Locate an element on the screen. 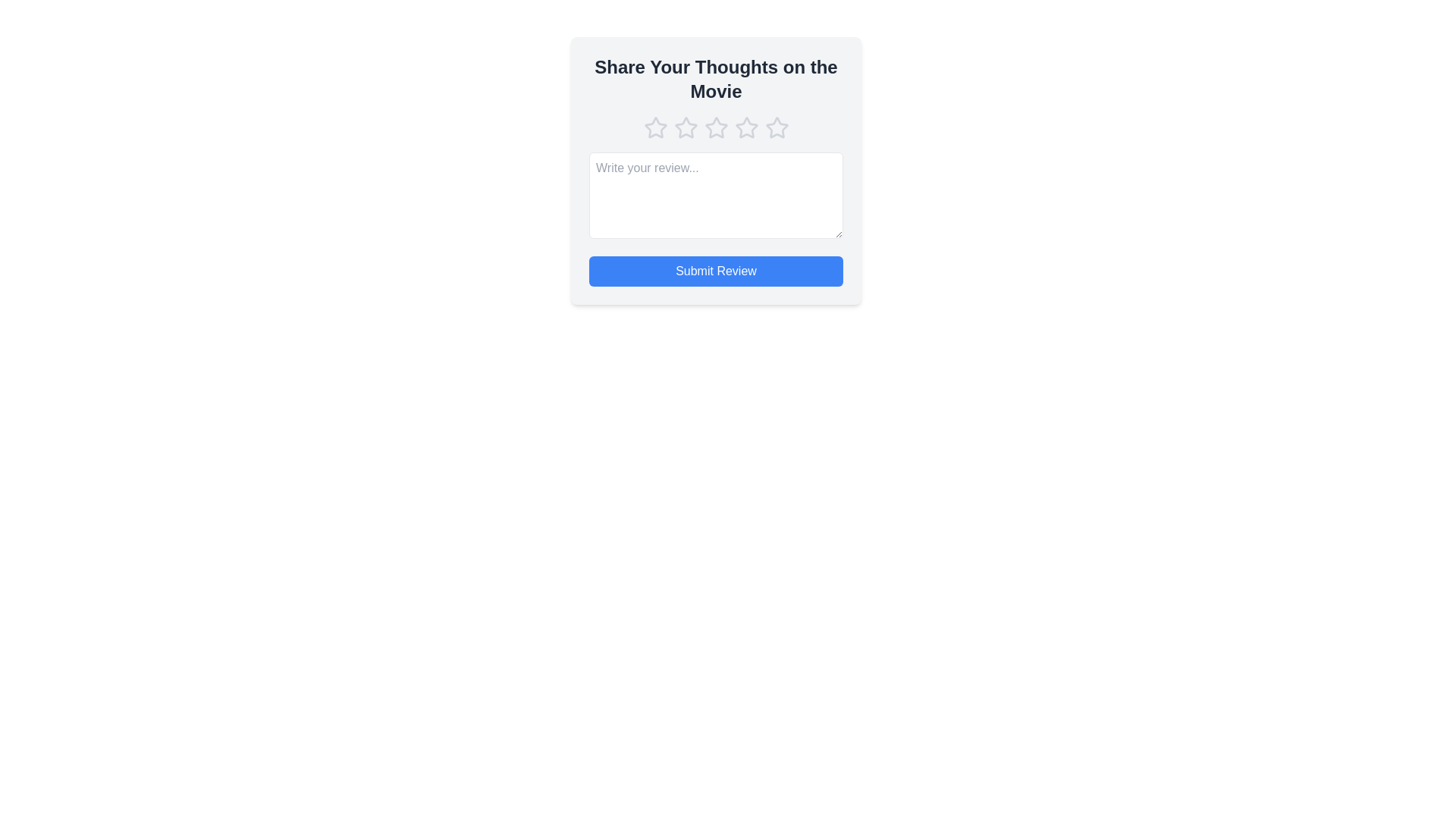 The image size is (1456, 819). the fourth gray outlined star icon in the rating interface is located at coordinates (746, 127).